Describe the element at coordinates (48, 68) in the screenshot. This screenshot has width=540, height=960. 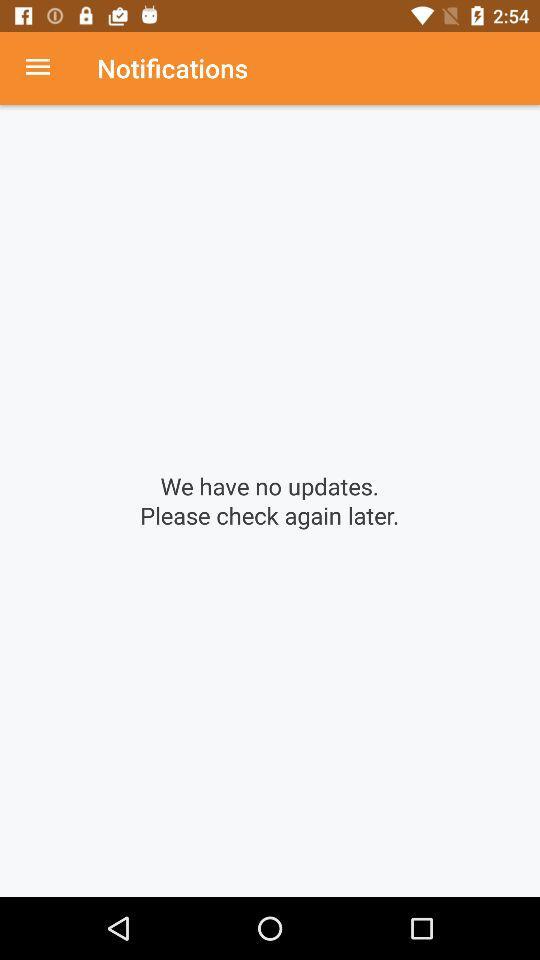
I see `click for dropdown box` at that location.